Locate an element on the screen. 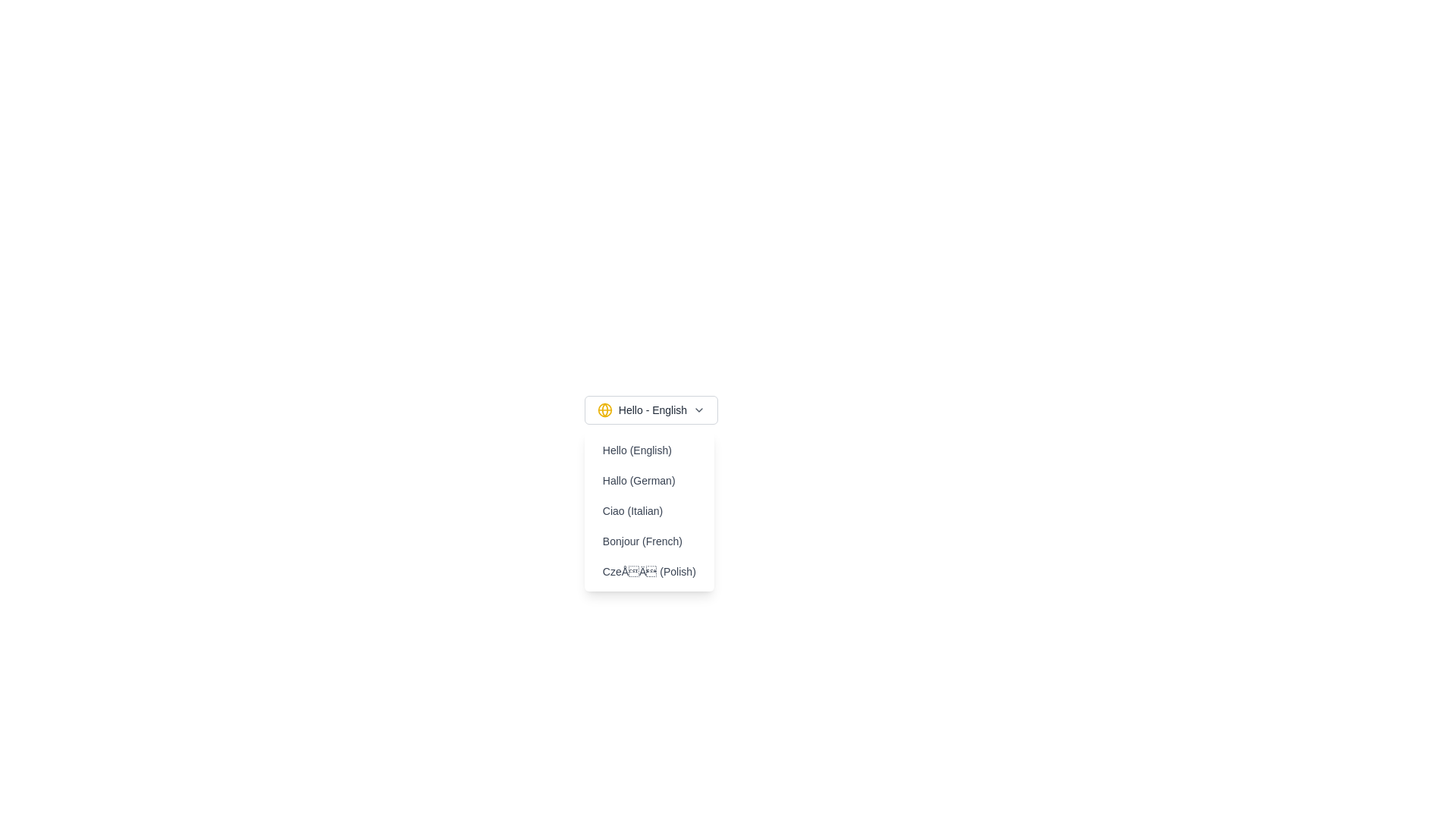 The image size is (1456, 819). the second option is located at coordinates (649, 480).